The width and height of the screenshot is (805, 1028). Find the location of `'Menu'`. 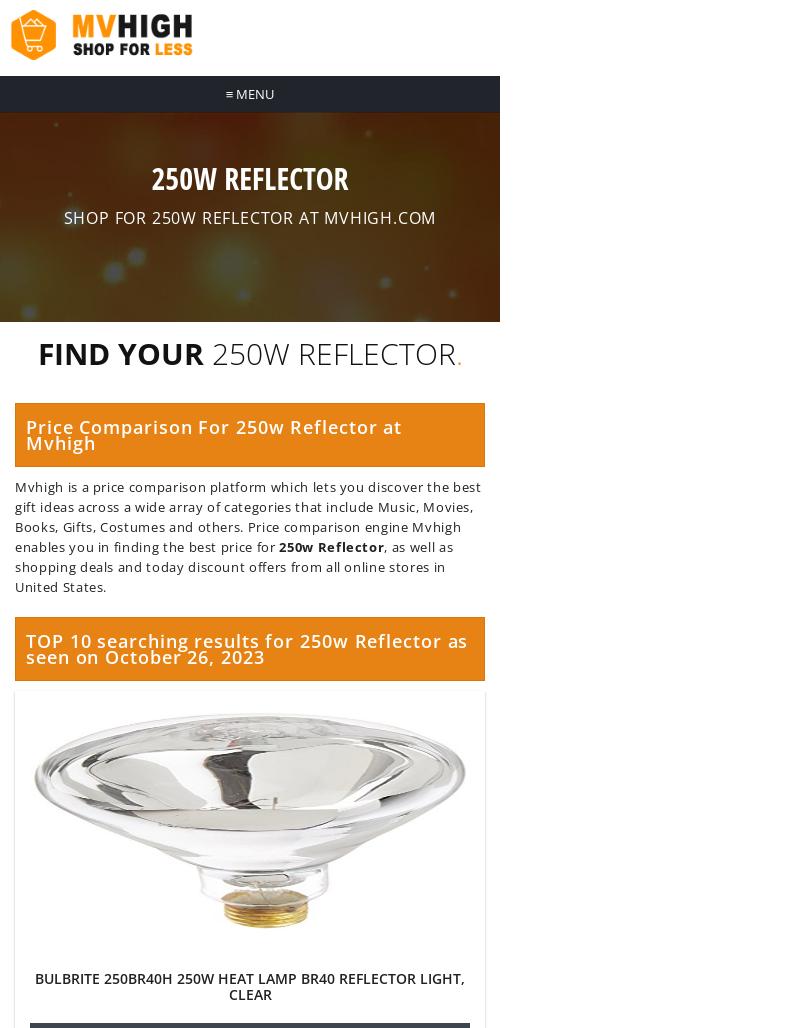

'Menu' is located at coordinates (253, 92).